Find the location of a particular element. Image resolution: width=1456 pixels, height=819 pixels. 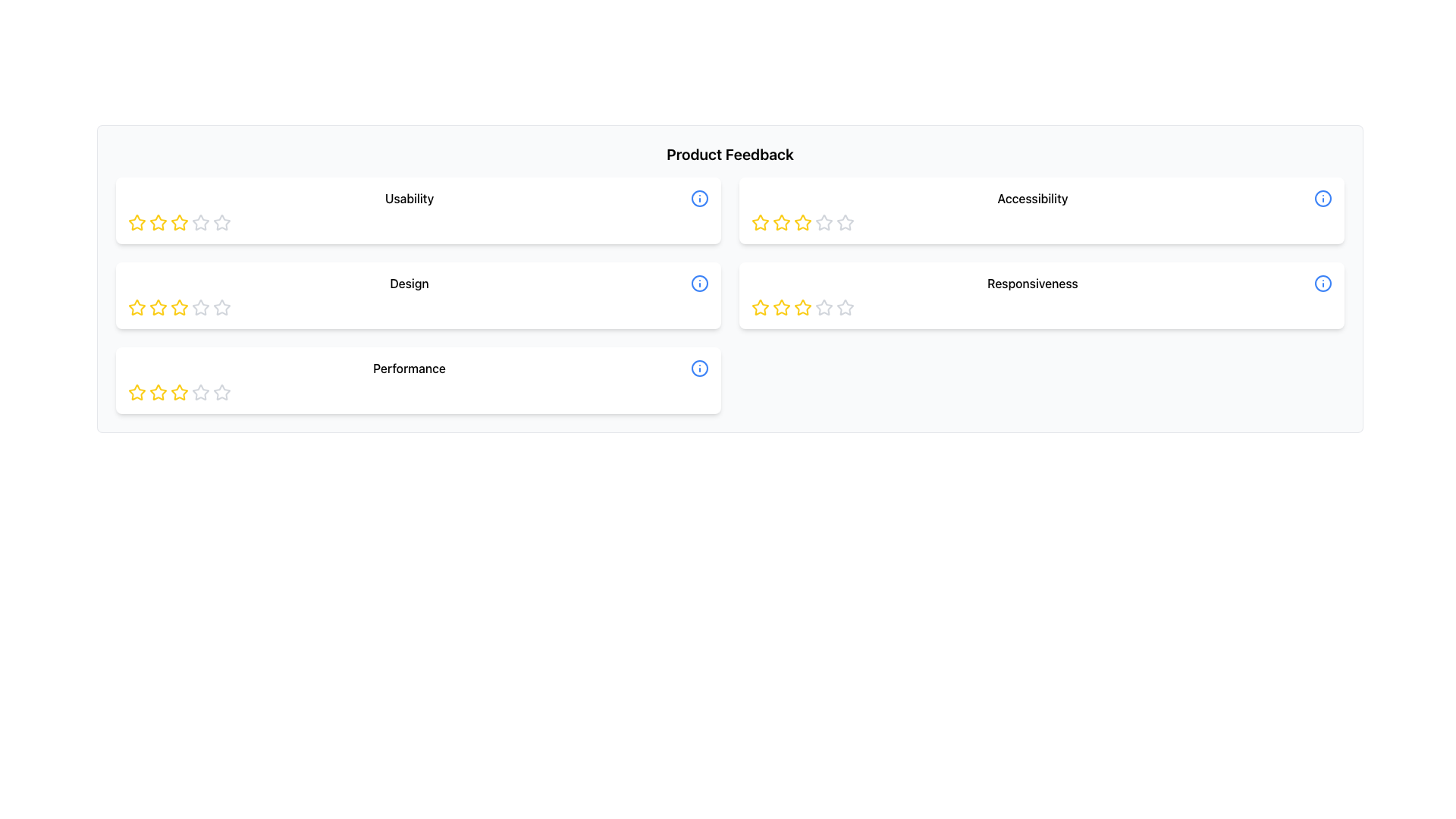

the second star icon in the rating system under the 'Responsiveness' header to assign a rating of 2 is located at coordinates (801, 307).